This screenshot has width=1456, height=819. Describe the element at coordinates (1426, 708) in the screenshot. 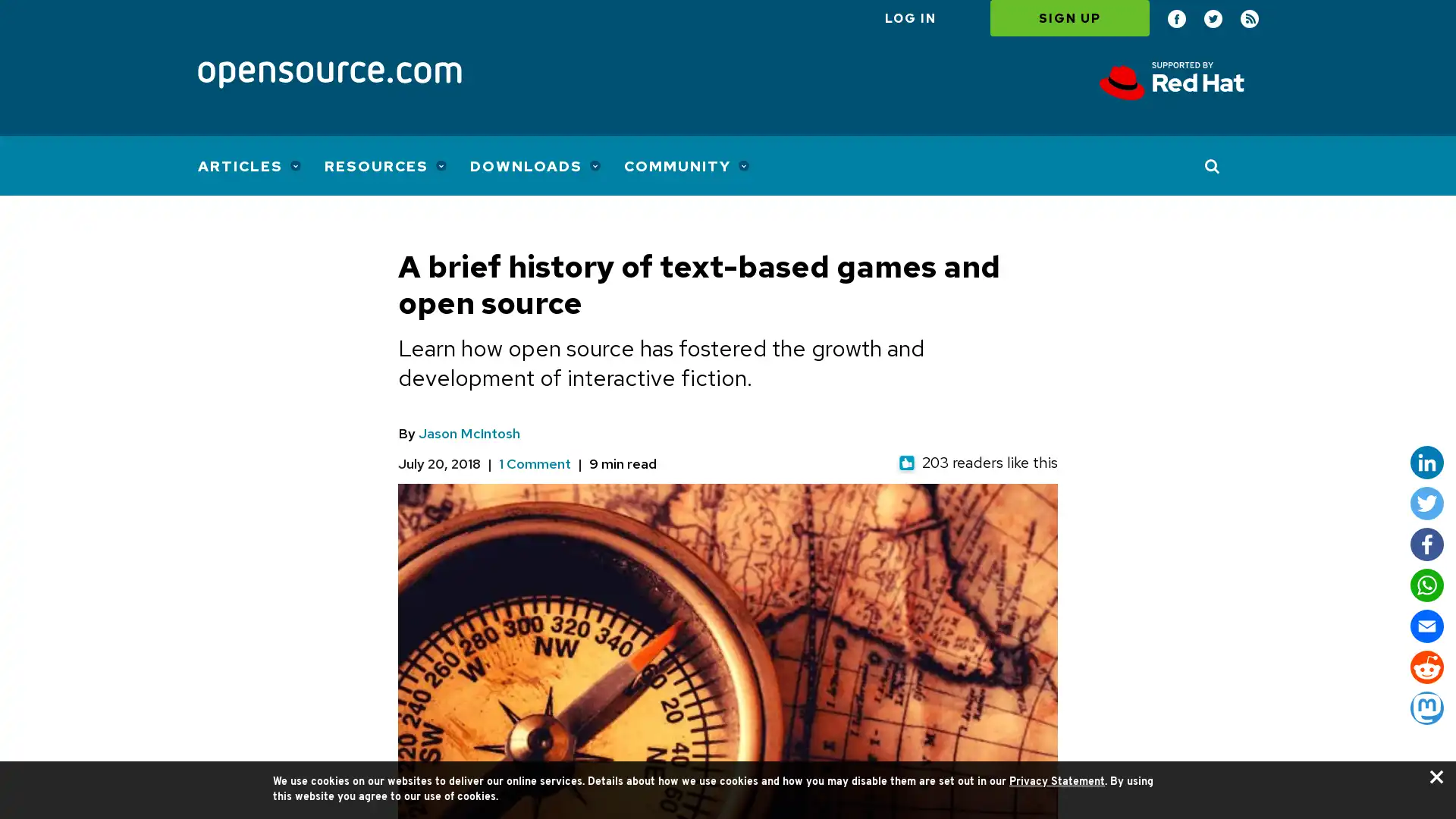

I see `MASTODON` at that location.